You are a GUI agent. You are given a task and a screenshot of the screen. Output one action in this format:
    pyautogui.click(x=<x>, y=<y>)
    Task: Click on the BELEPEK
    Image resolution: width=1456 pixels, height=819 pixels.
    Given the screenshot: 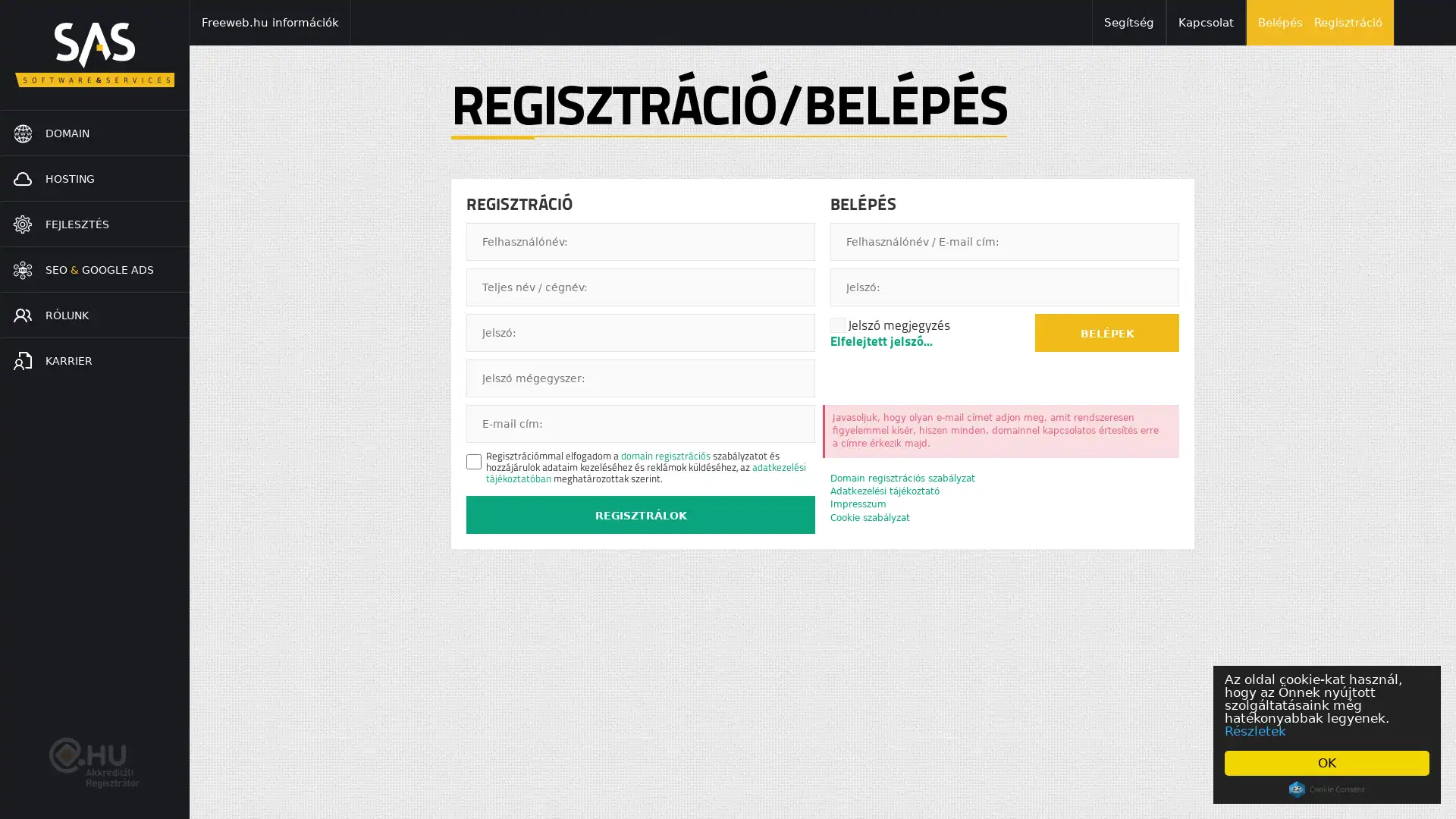 What is the action you would take?
    pyautogui.click(x=1106, y=332)
    